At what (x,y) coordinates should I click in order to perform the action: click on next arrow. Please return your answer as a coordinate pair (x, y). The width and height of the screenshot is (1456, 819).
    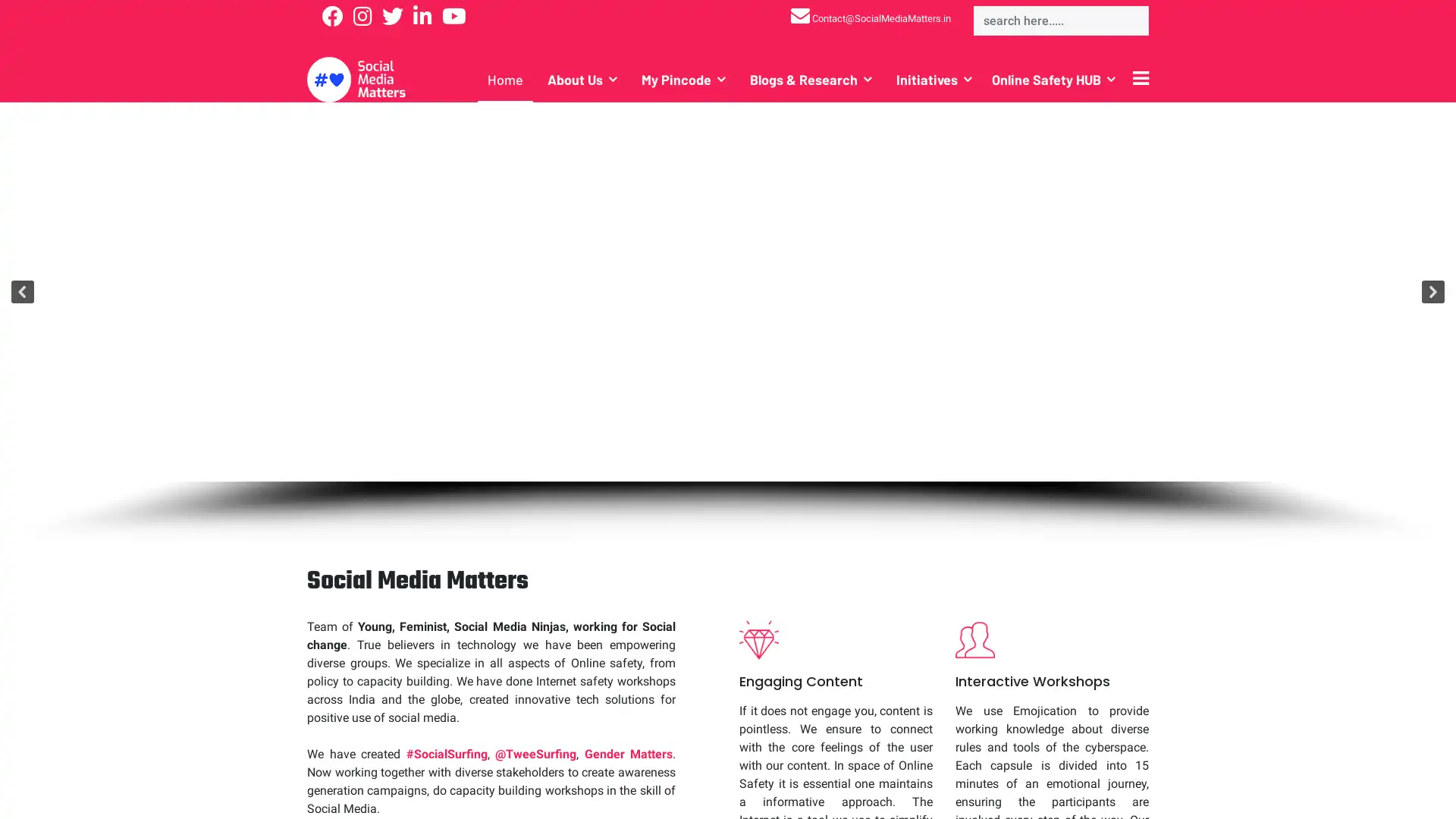
    Looking at the image, I should click on (1432, 292).